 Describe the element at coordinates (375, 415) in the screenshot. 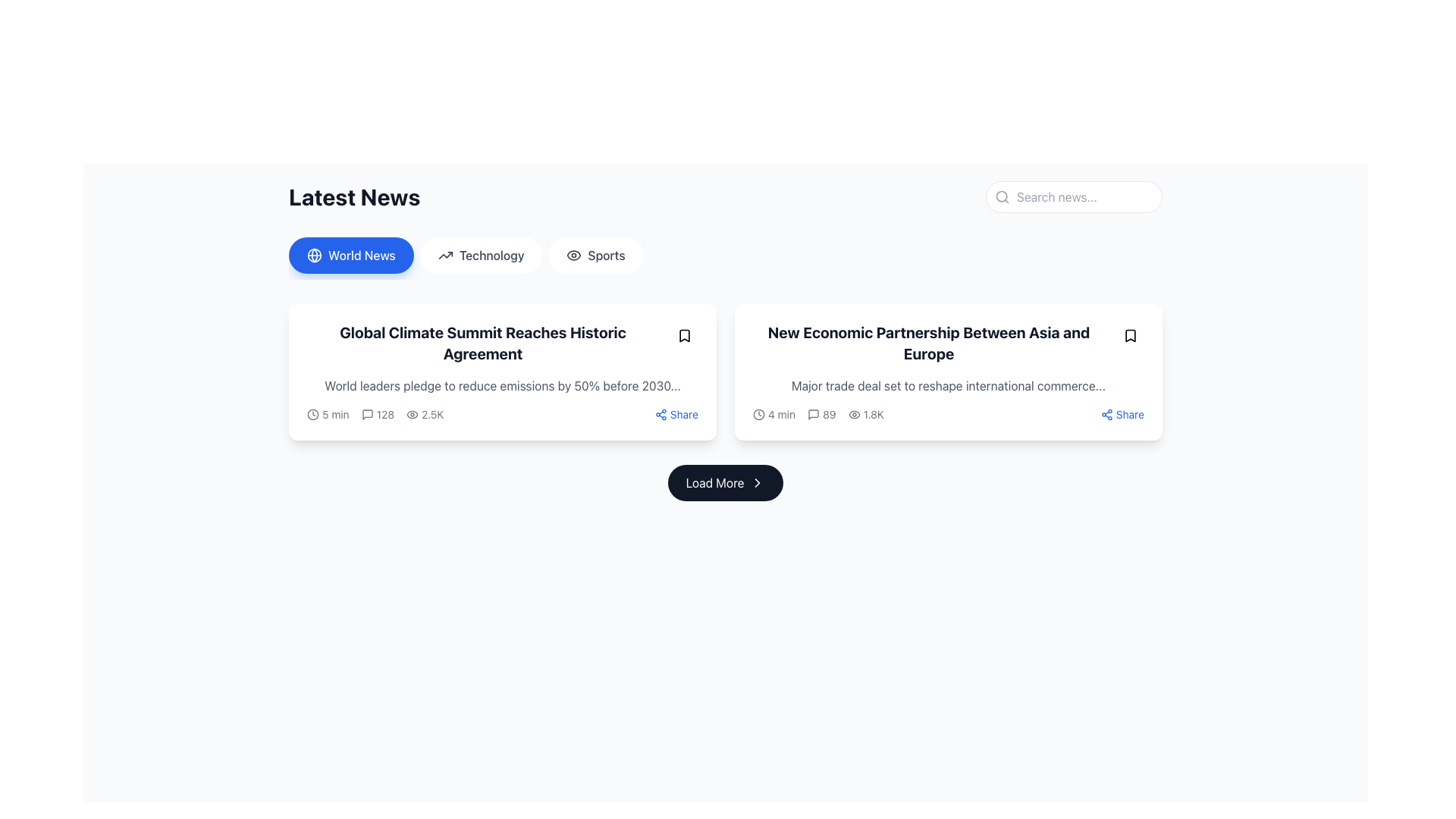

I see `the Icon-labeled text displaying the numerical text '128' with a speech bubble icon, which is positioned between the '5 min' and '2.5K' elements in the detail bar under the title 'Global Climate Summit Reaches Historic Agreement'` at that location.